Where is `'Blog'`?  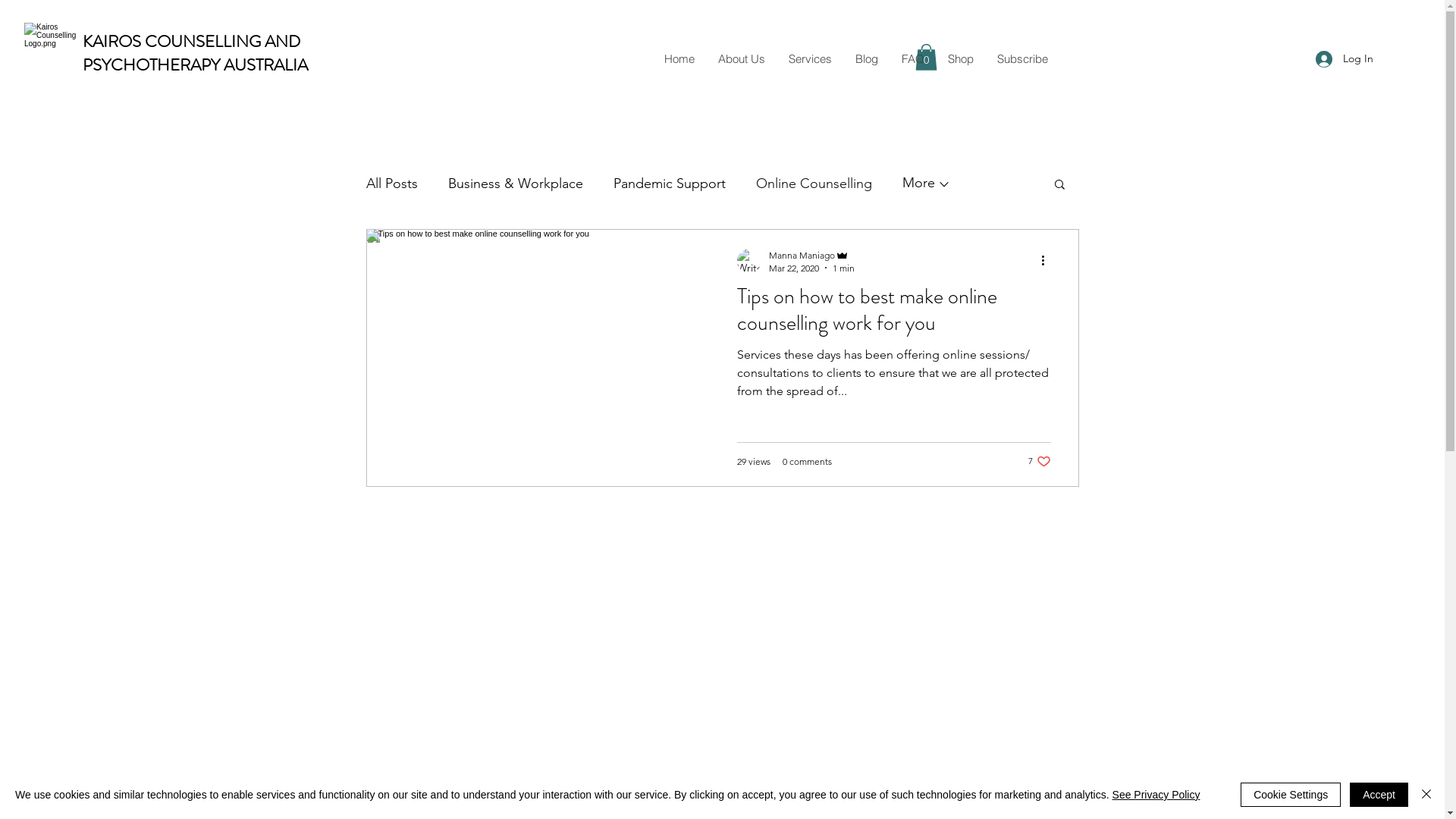 'Blog' is located at coordinates (866, 58).